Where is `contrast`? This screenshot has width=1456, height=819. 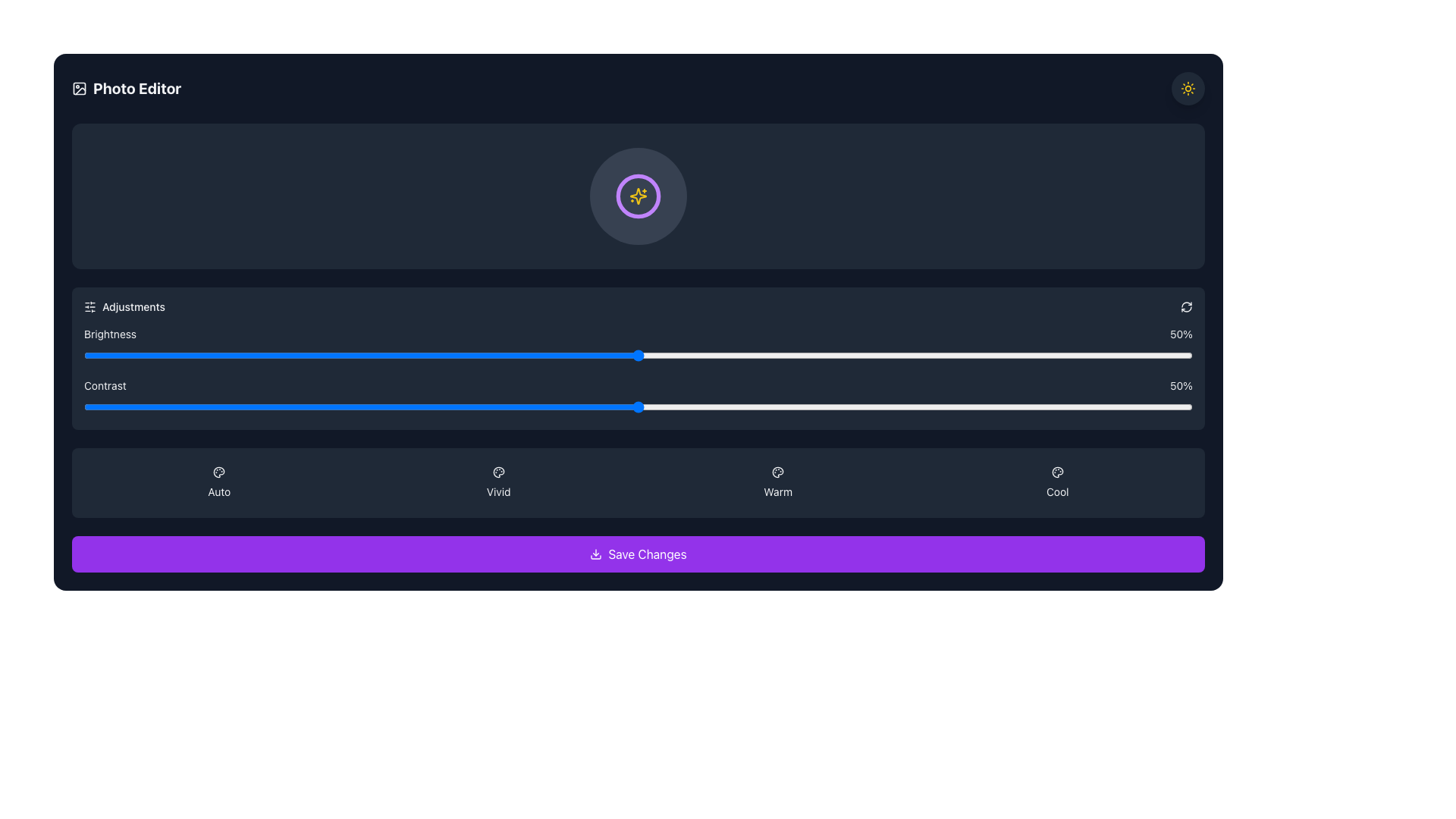 contrast is located at coordinates (327, 406).